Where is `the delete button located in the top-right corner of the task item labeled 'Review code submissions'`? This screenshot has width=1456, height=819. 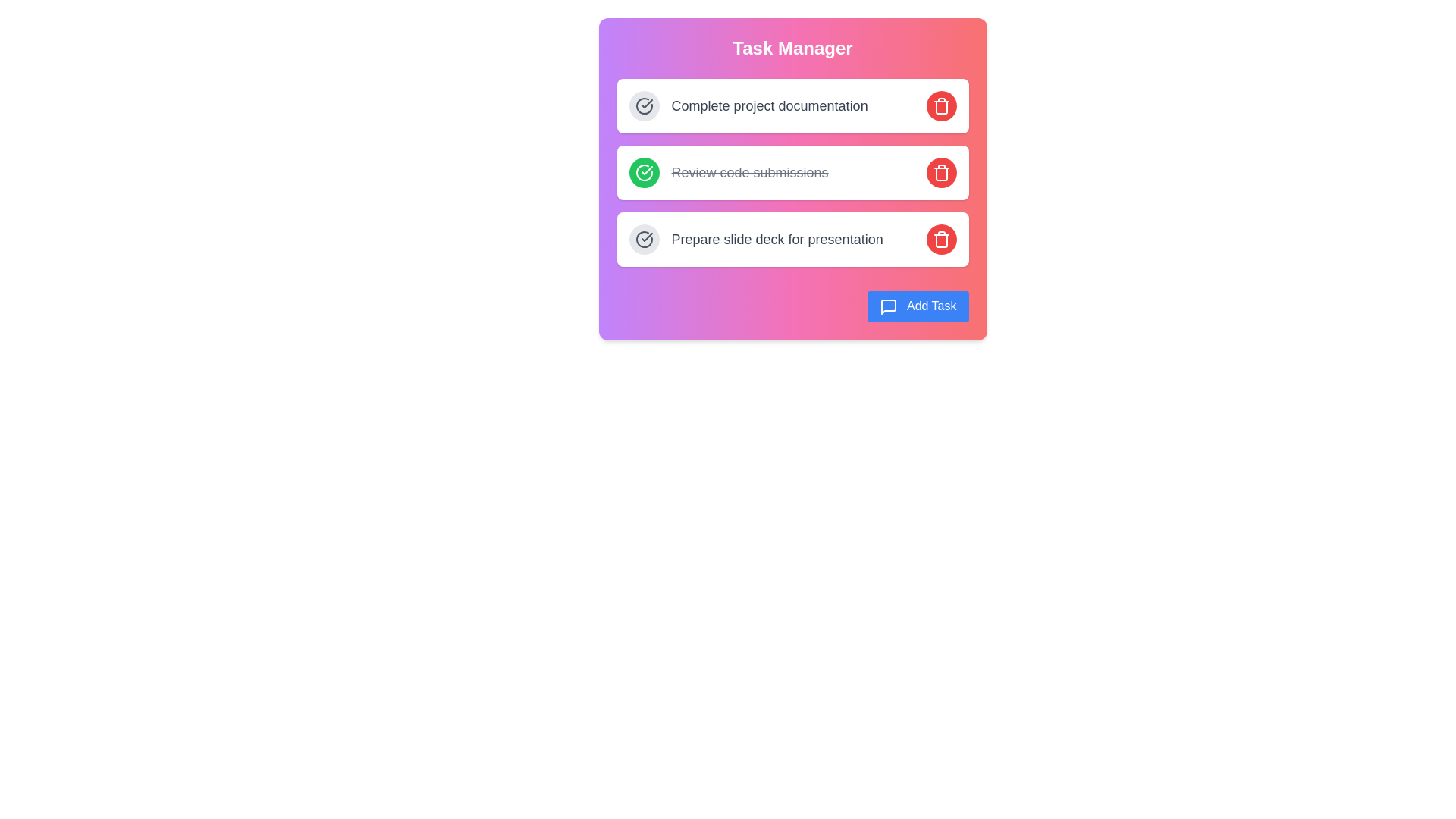
the delete button located in the top-right corner of the task item labeled 'Review code submissions' is located at coordinates (940, 171).